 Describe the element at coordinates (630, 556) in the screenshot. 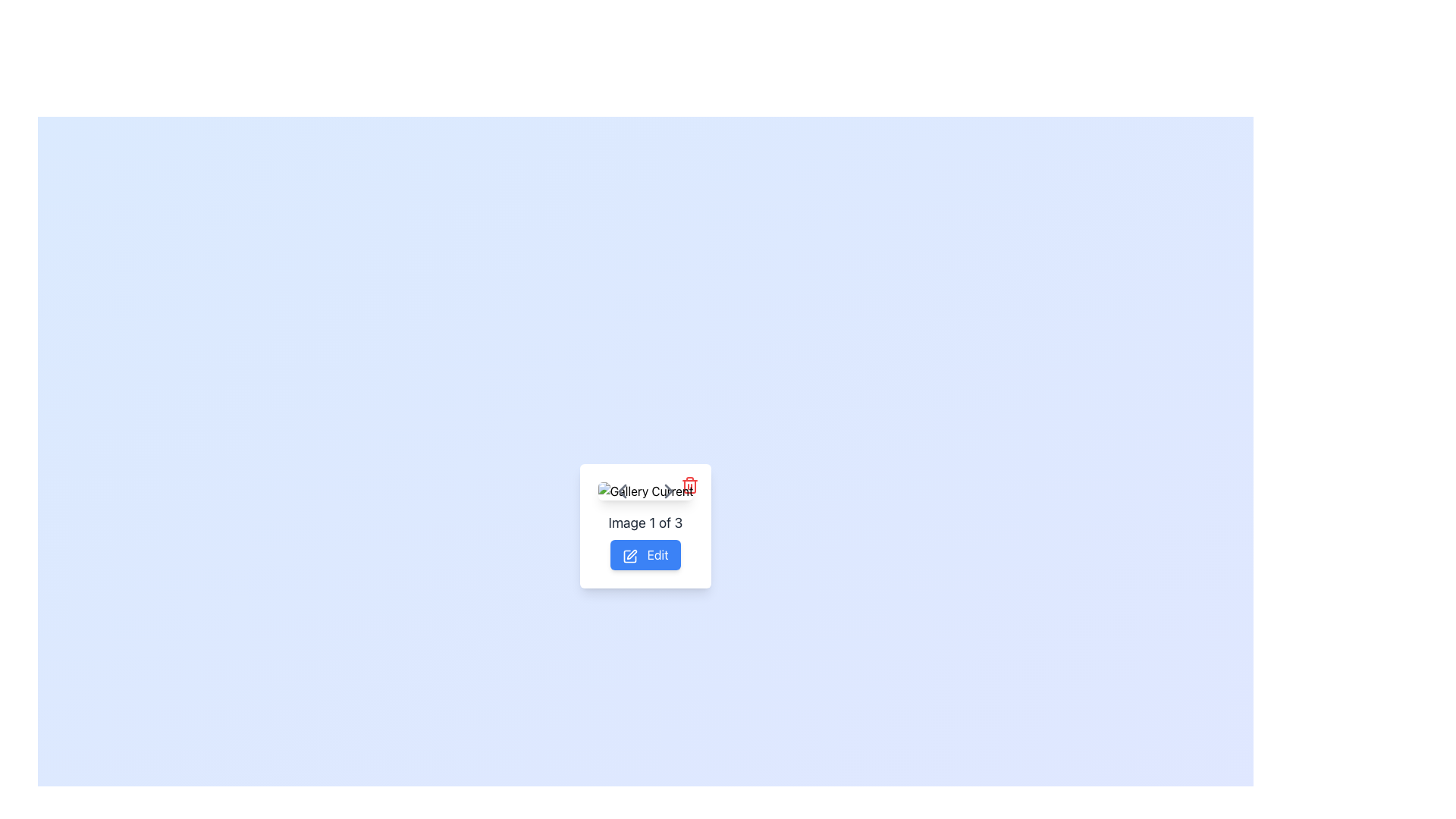

I see `the blue button labeled 'Edit' that contains a small square icon with a pen on the left side, located at the bottom of a card-like structure` at that location.